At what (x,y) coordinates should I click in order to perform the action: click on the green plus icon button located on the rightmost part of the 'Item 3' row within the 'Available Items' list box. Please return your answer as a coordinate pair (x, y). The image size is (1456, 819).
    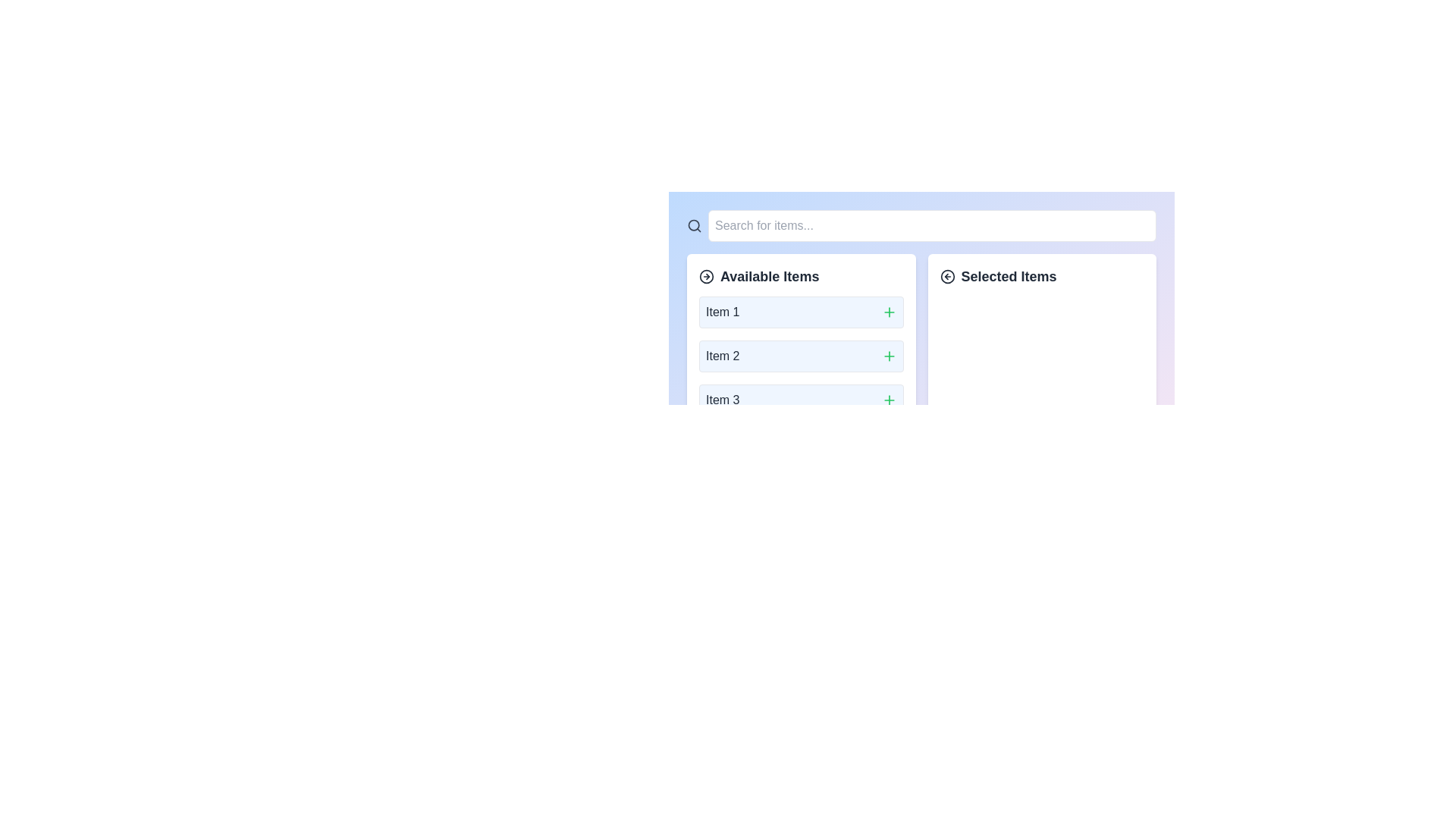
    Looking at the image, I should click on (889, 400).